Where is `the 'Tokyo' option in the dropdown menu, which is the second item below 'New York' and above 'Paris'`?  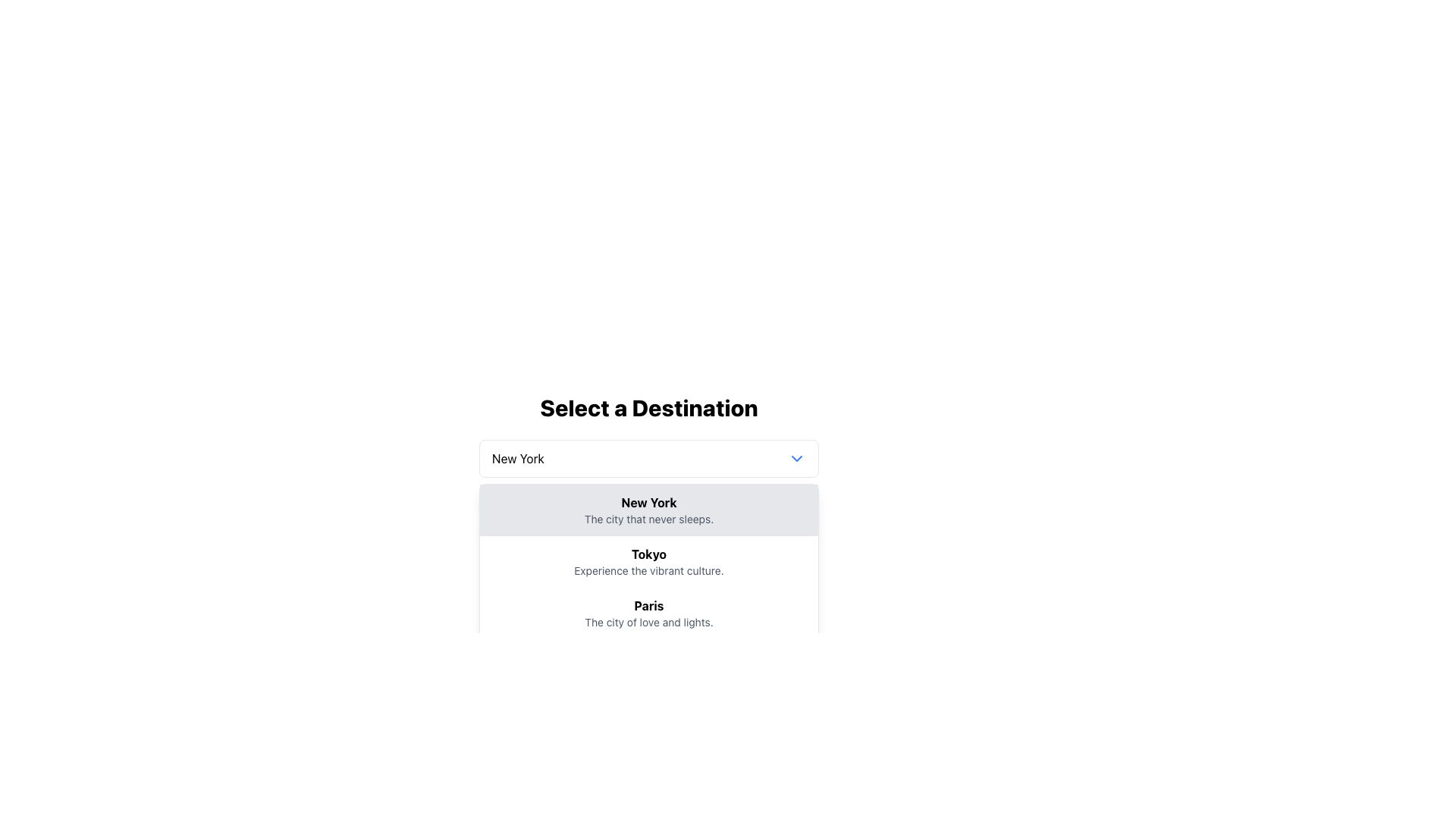
the 'Tokyo' option in the dropdown menu, which is the second item below 'New York' and above 'Paris' is located at coordinates (648, 561).